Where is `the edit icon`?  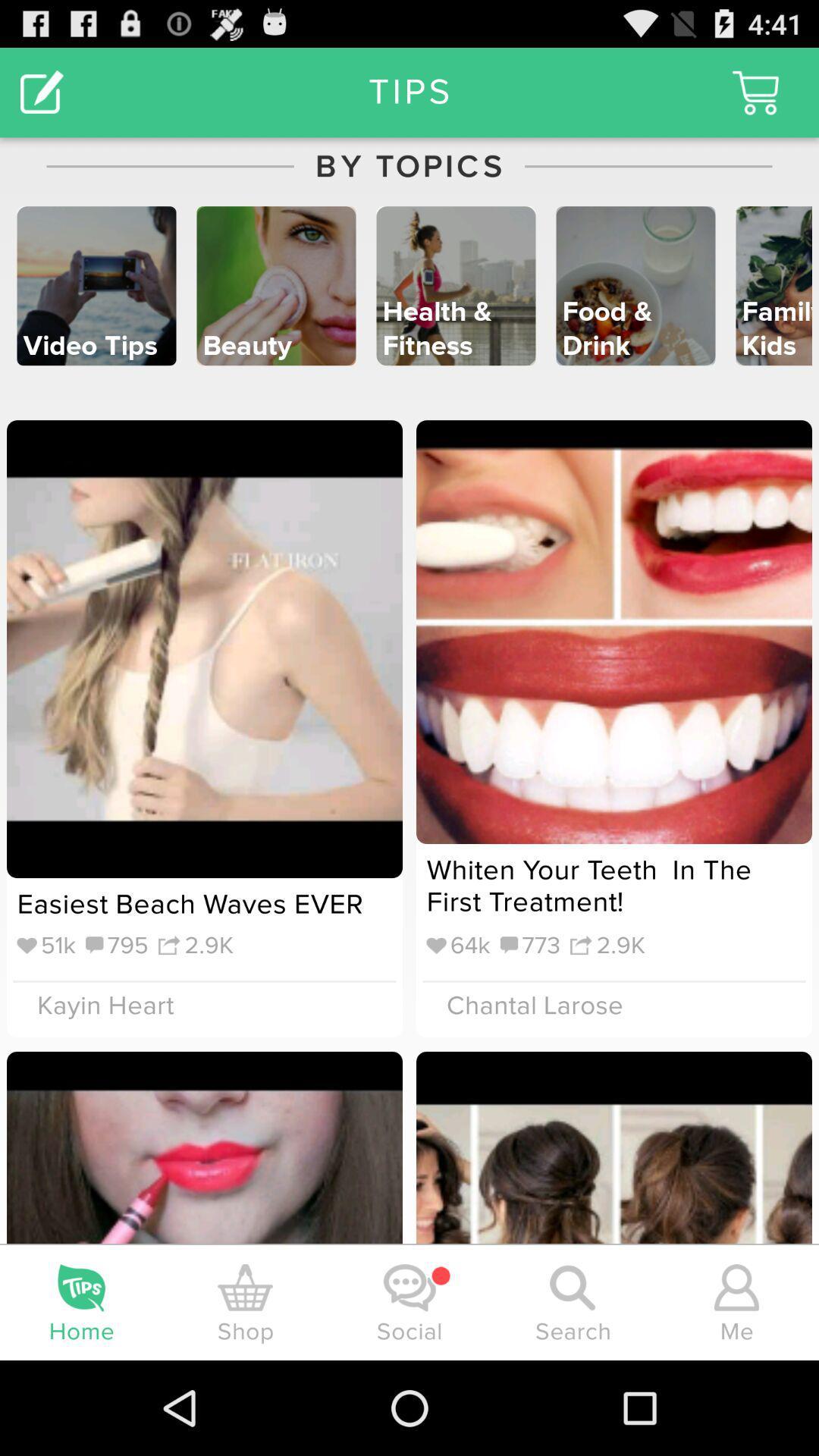
the edit icon is located at coordinates (41, 98).